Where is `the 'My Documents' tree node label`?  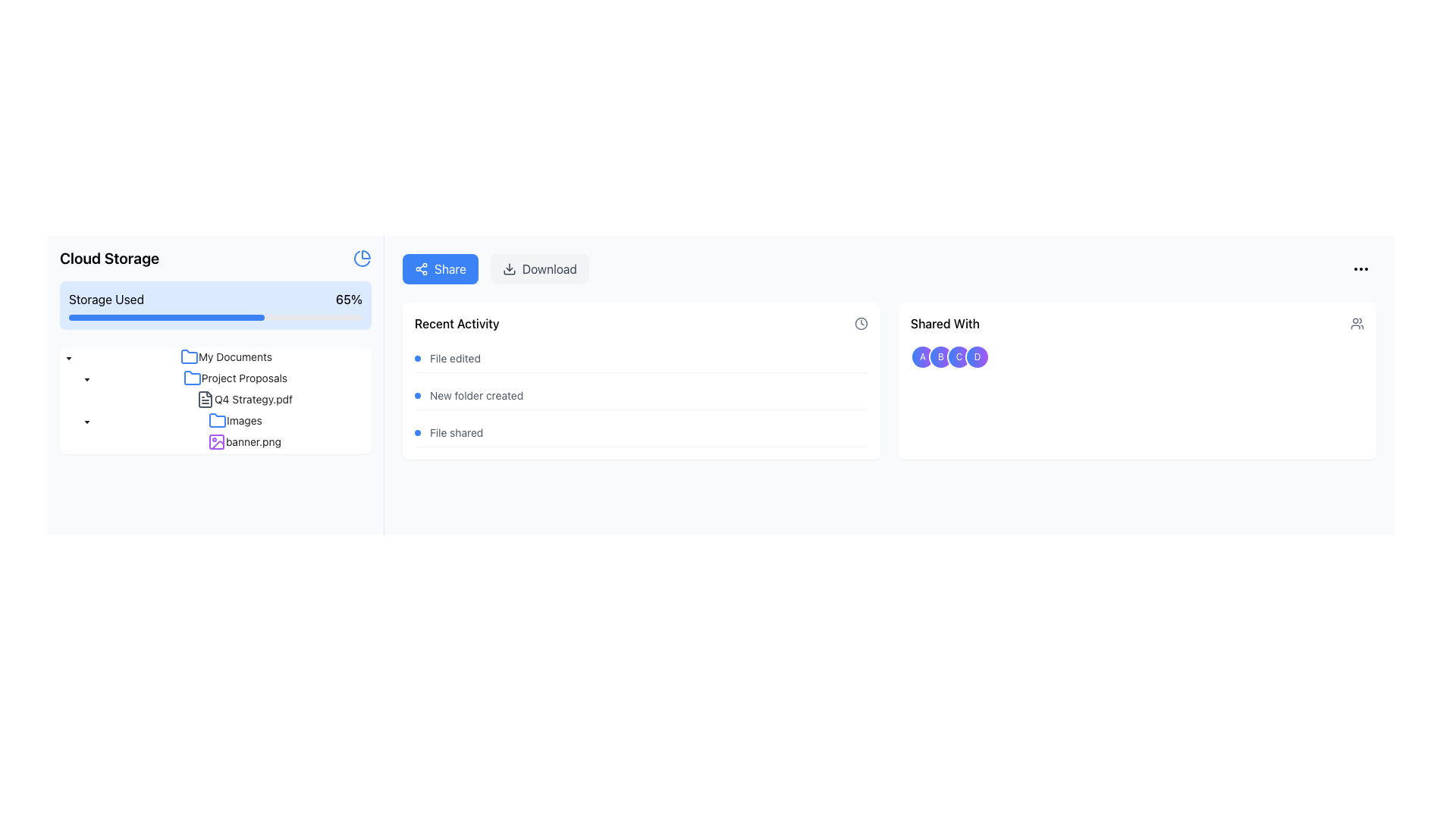
the 'My Documents' tree node label is located at coordinates (234, 356).